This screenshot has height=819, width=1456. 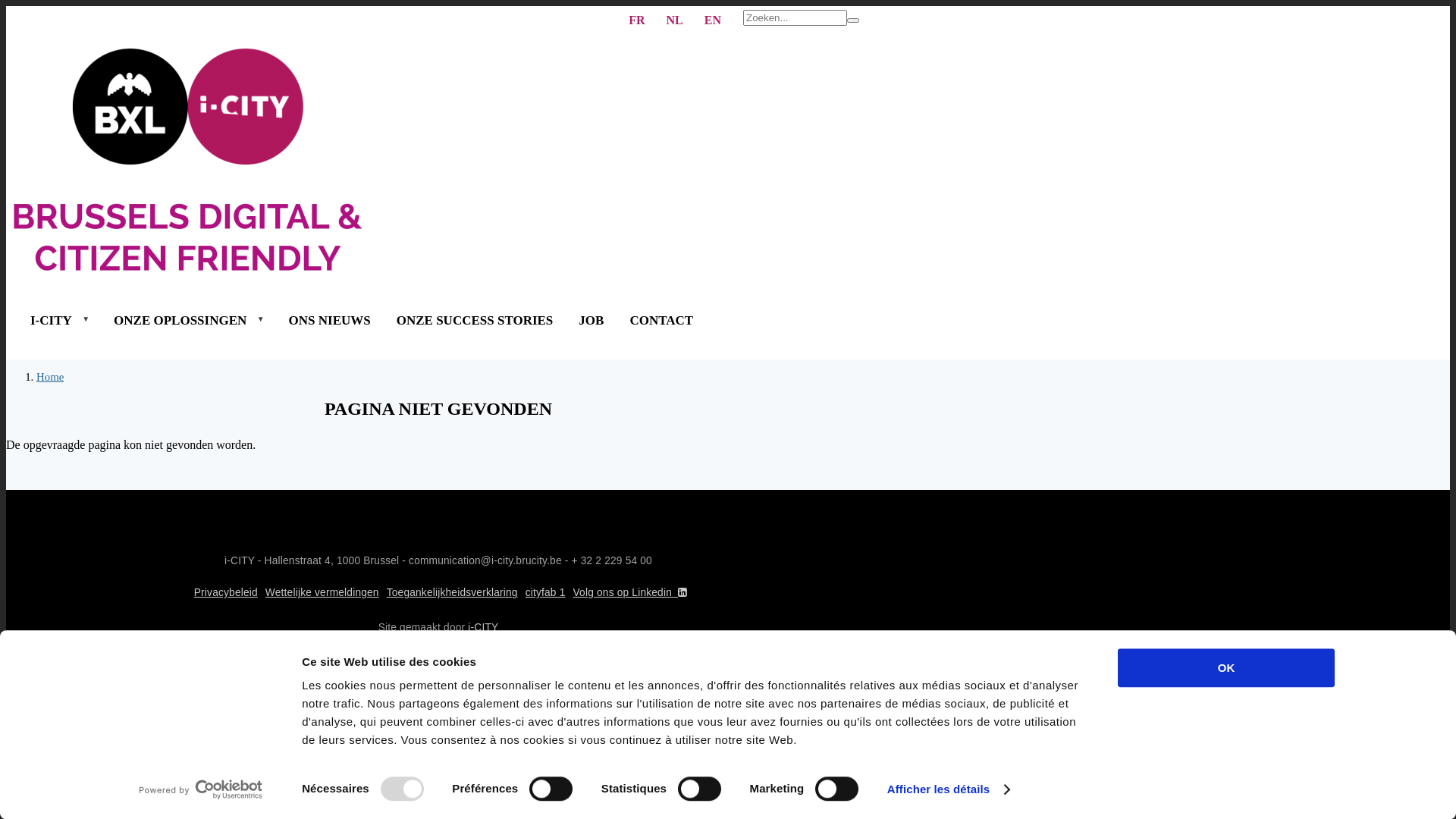 What do you see at coordinates (224, 591) in the screenshot?
I see `'Privacybeleid'` at bounding box center [224, 591].